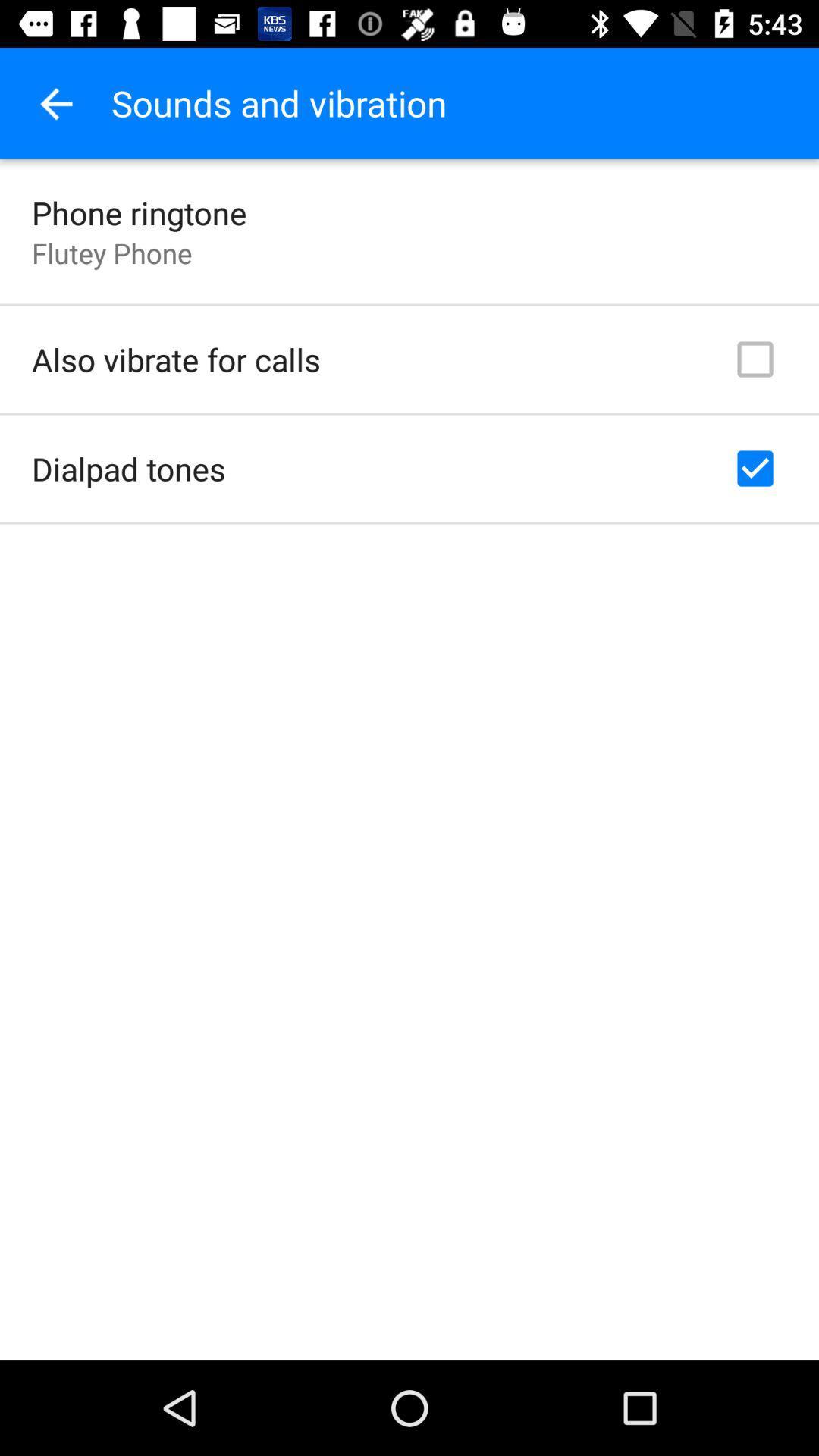  I want to click on flutey phone, so click(111, 253).